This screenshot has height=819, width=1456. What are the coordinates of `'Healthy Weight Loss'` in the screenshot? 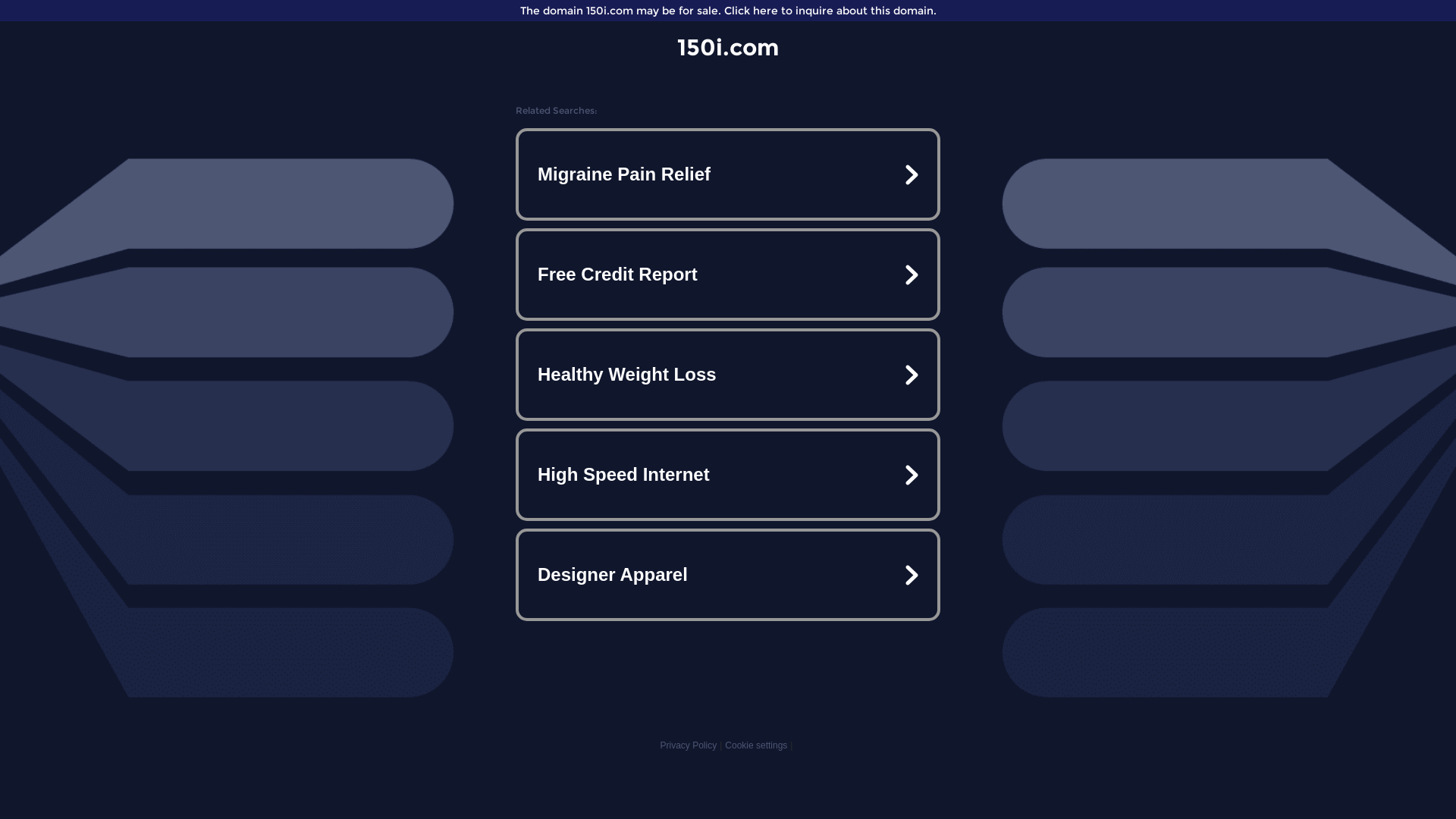 It's located at (728, 374).